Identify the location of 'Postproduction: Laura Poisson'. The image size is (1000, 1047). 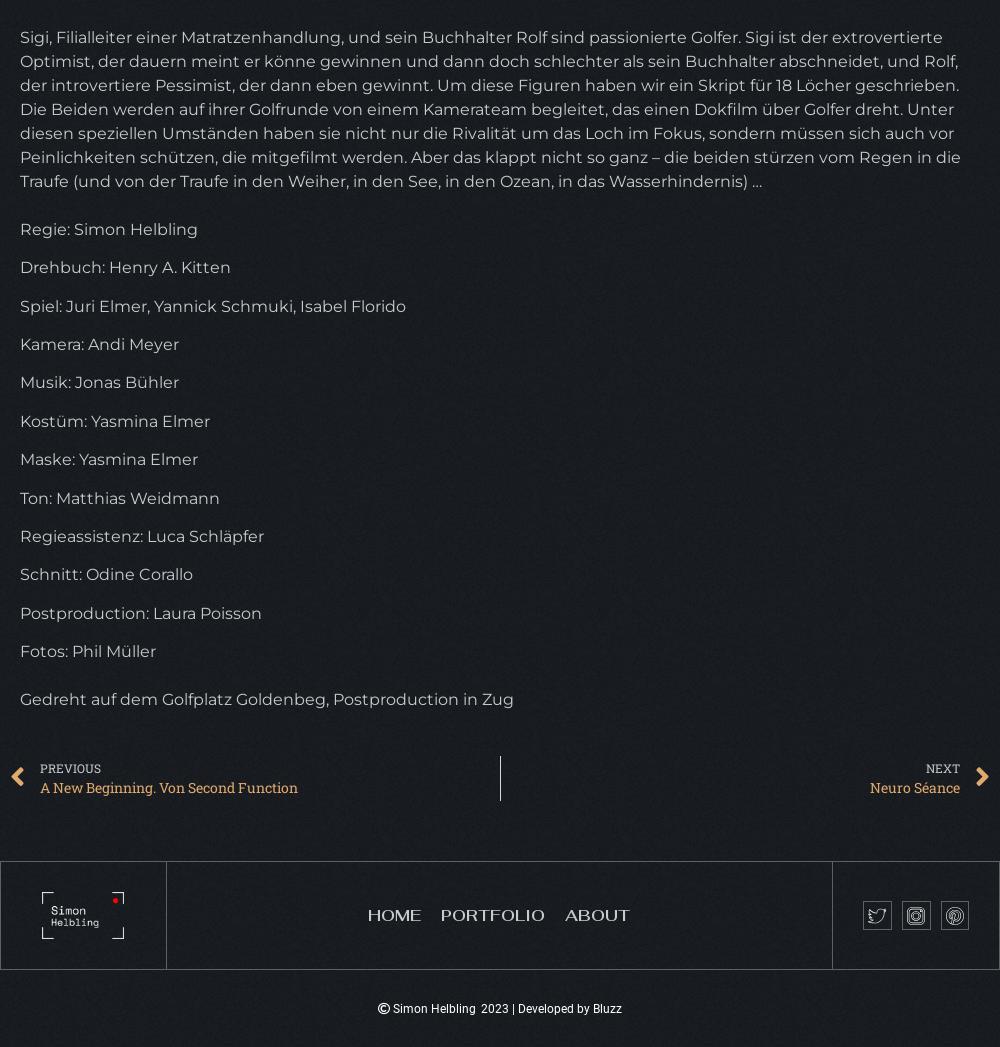
(141, 611).